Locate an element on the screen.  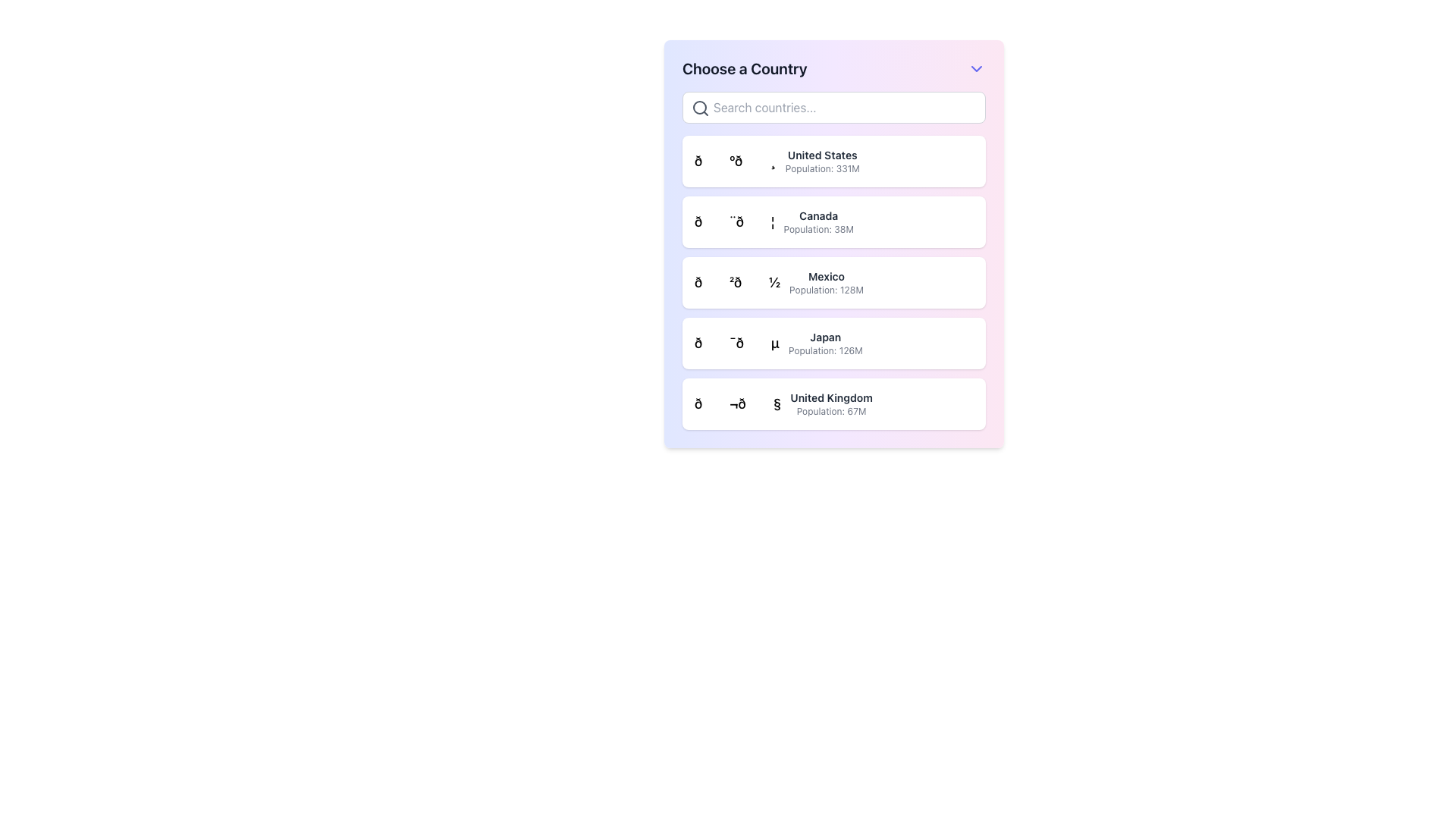
the selectable list item displaying 'Canada' is located at coordinates (833, 222).